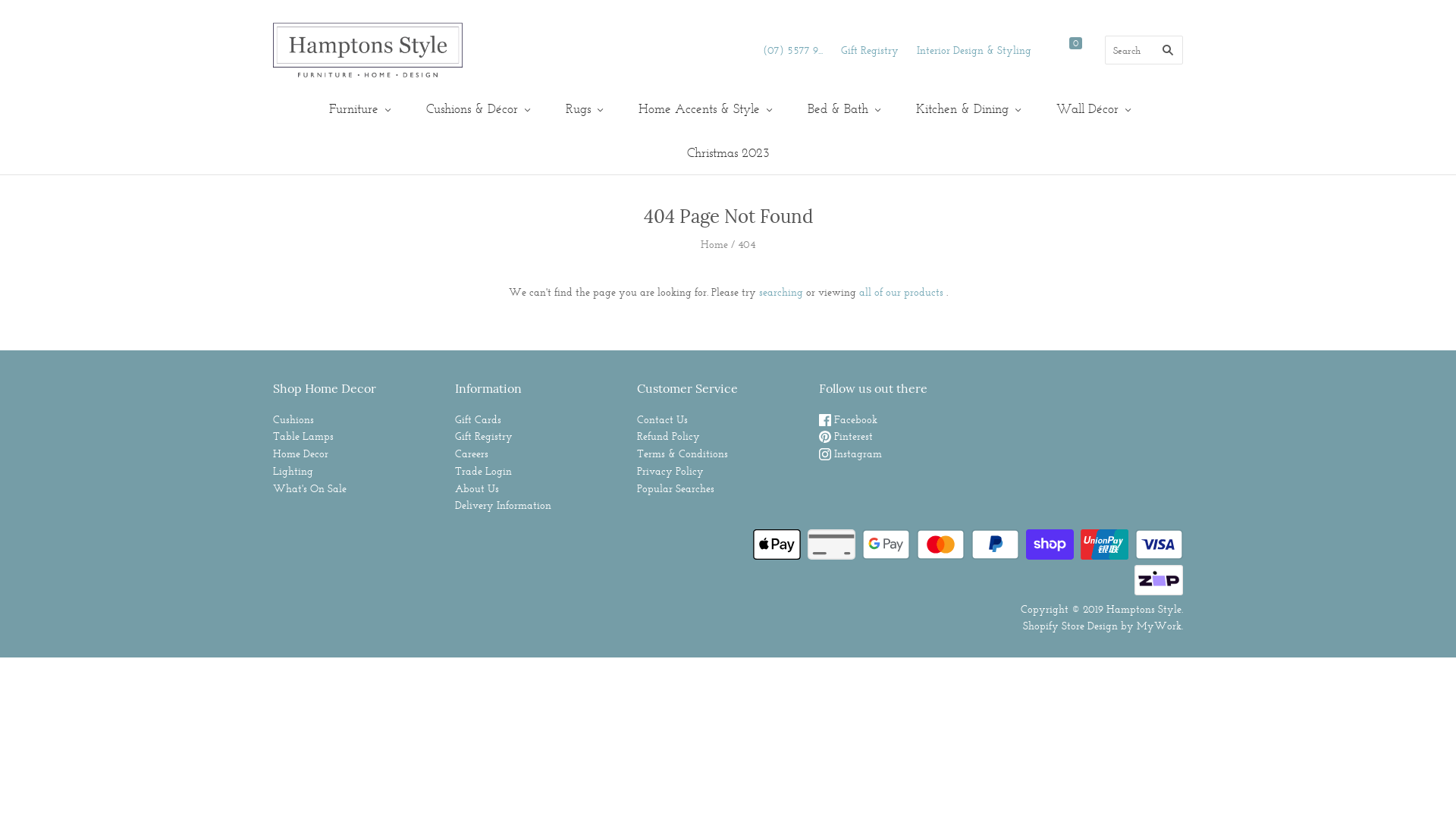 The height and width of the screenshot is (819, 1456). Describe the element at coordinates (667, 152) in the screenshot. I see `'Christmas 2023'` at that location.